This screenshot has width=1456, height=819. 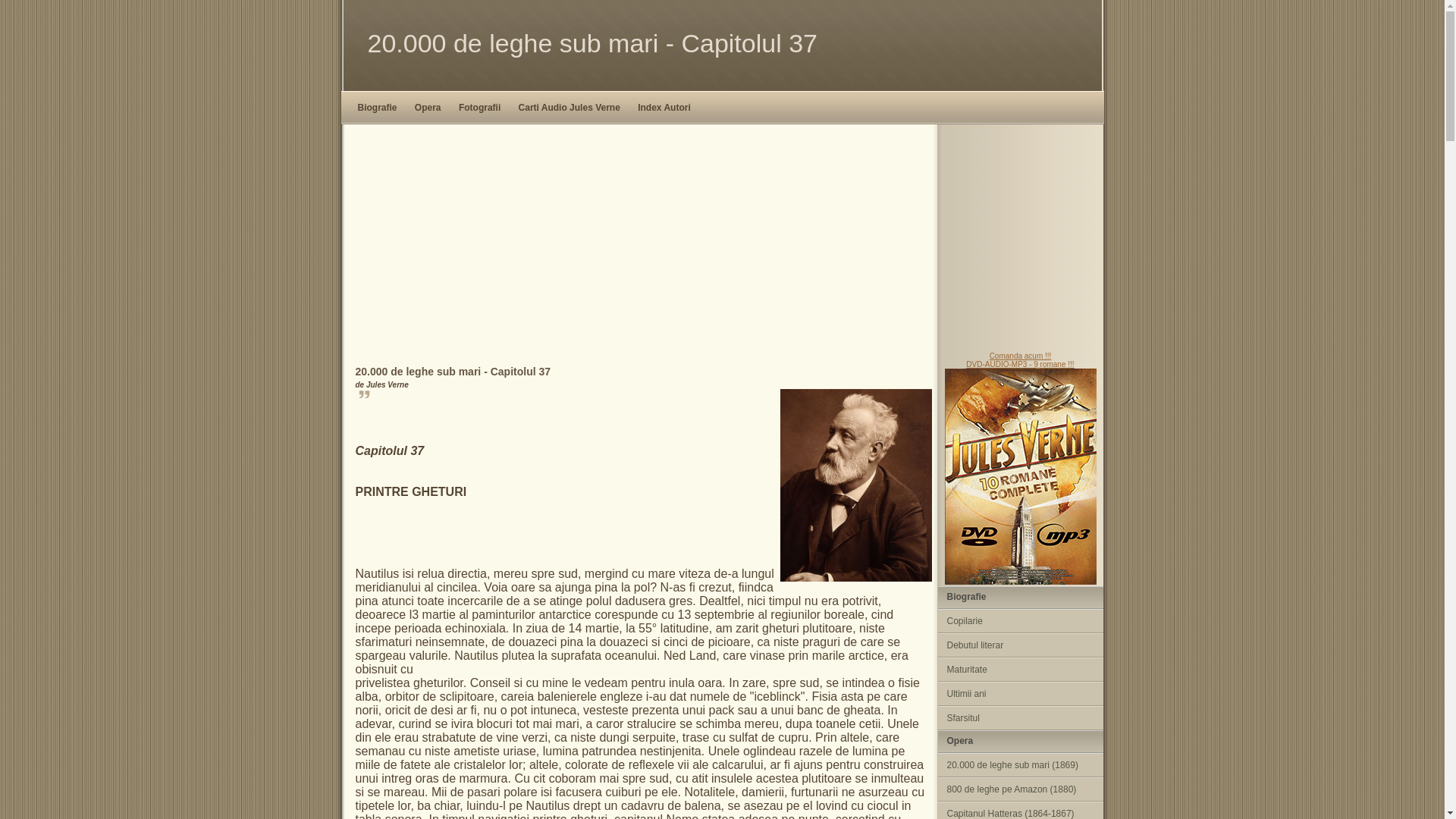 I want to click on 'Maturitate', so click(x=1019, y=669).